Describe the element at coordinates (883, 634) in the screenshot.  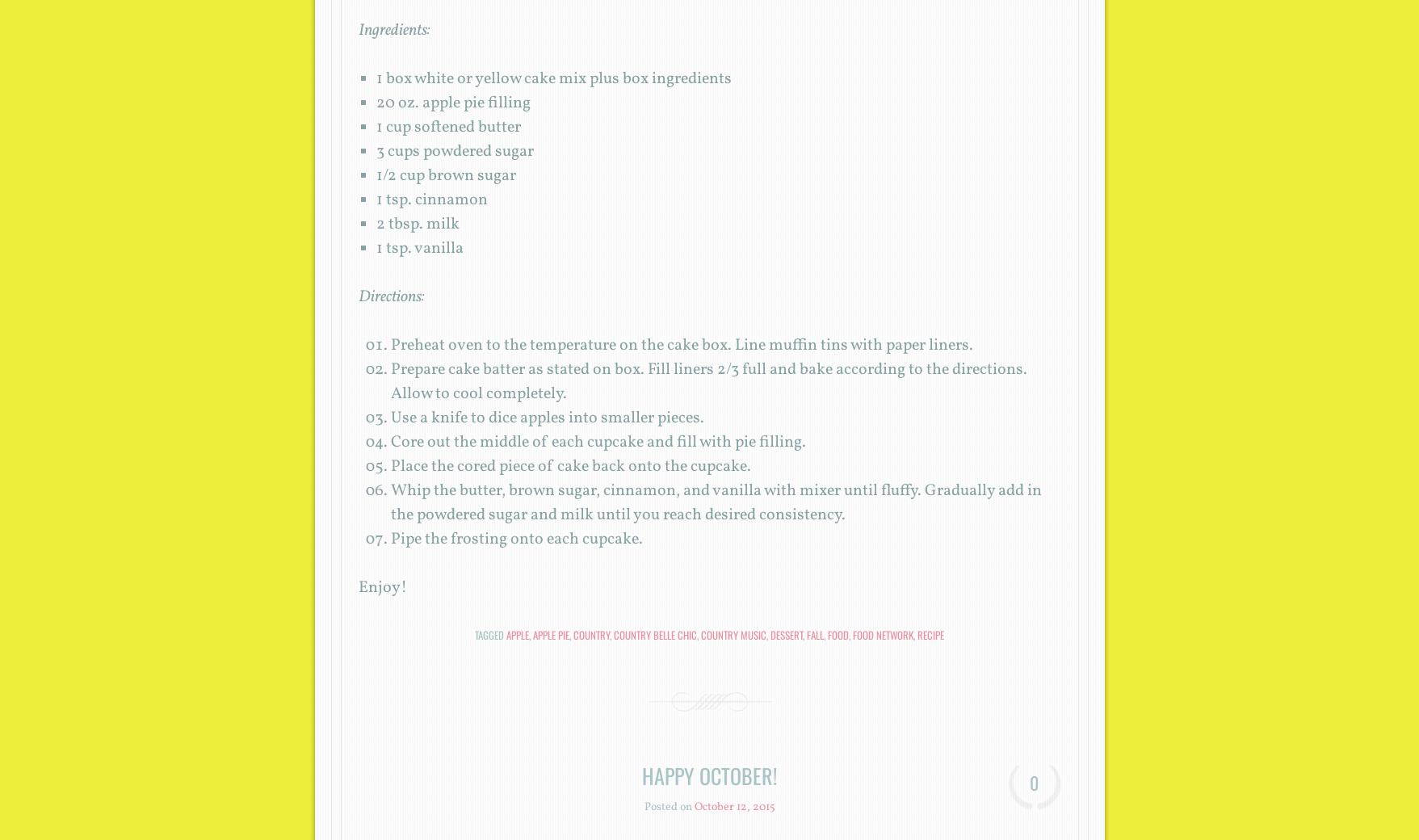
I see `'Food Network'` at that location.